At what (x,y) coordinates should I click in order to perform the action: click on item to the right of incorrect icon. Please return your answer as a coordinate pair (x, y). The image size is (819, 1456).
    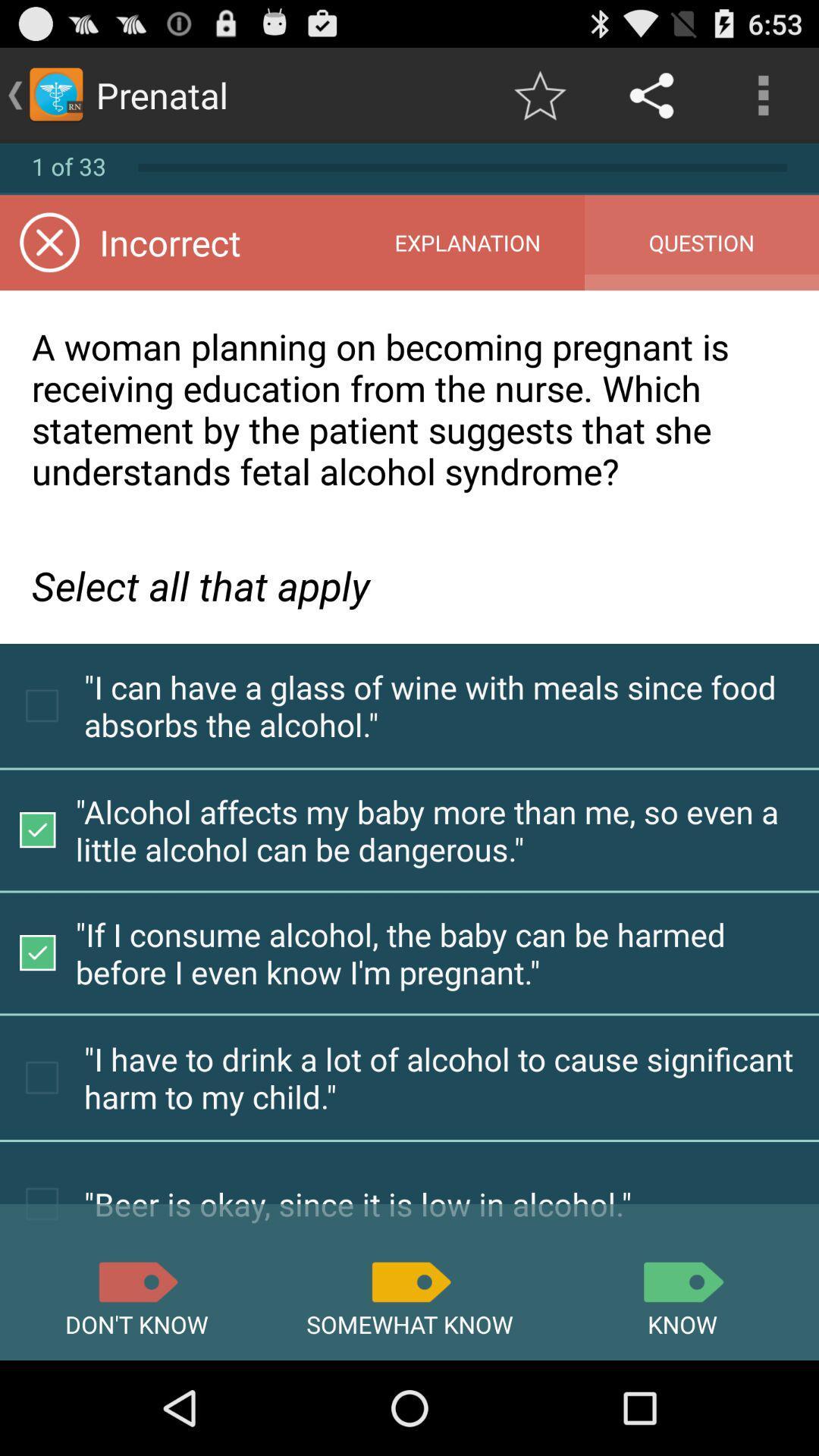
    Looking at the image, I should click on (466, 243).